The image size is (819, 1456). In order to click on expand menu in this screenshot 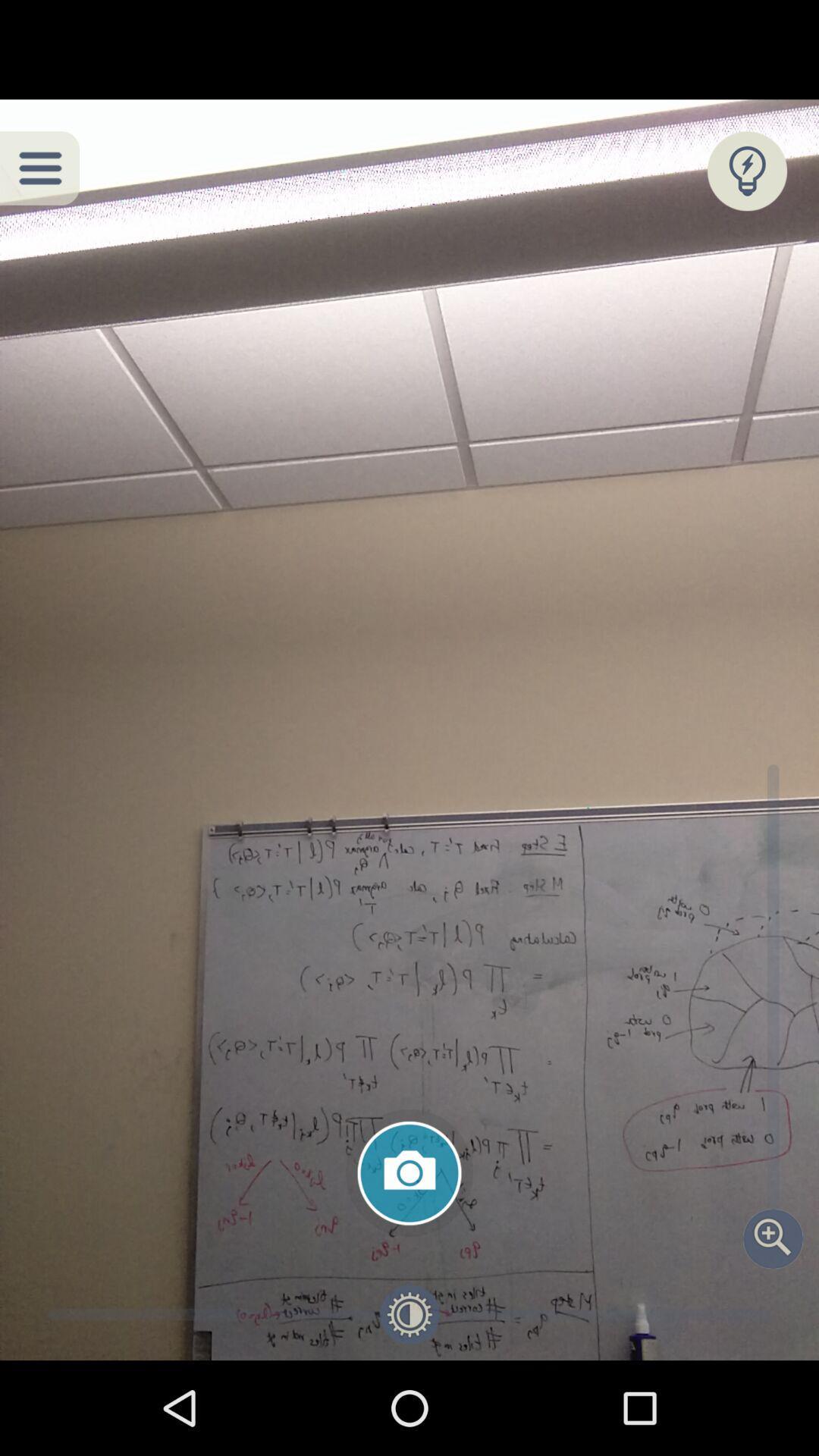, I will do `click(39, 168)`.